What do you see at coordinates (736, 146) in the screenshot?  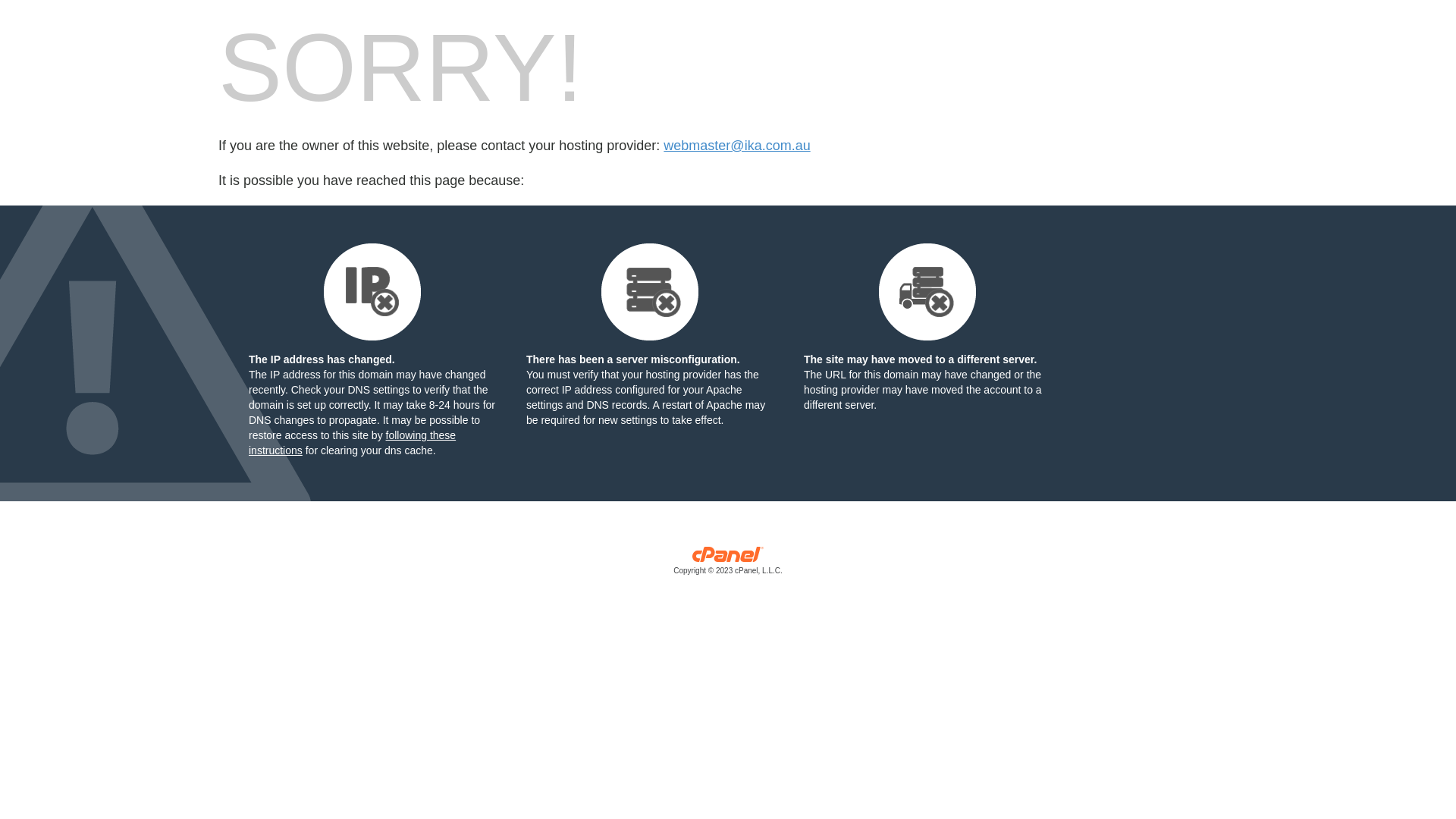 I see `'webmaster@ika.com.au'` at bounding box center [736, 146].